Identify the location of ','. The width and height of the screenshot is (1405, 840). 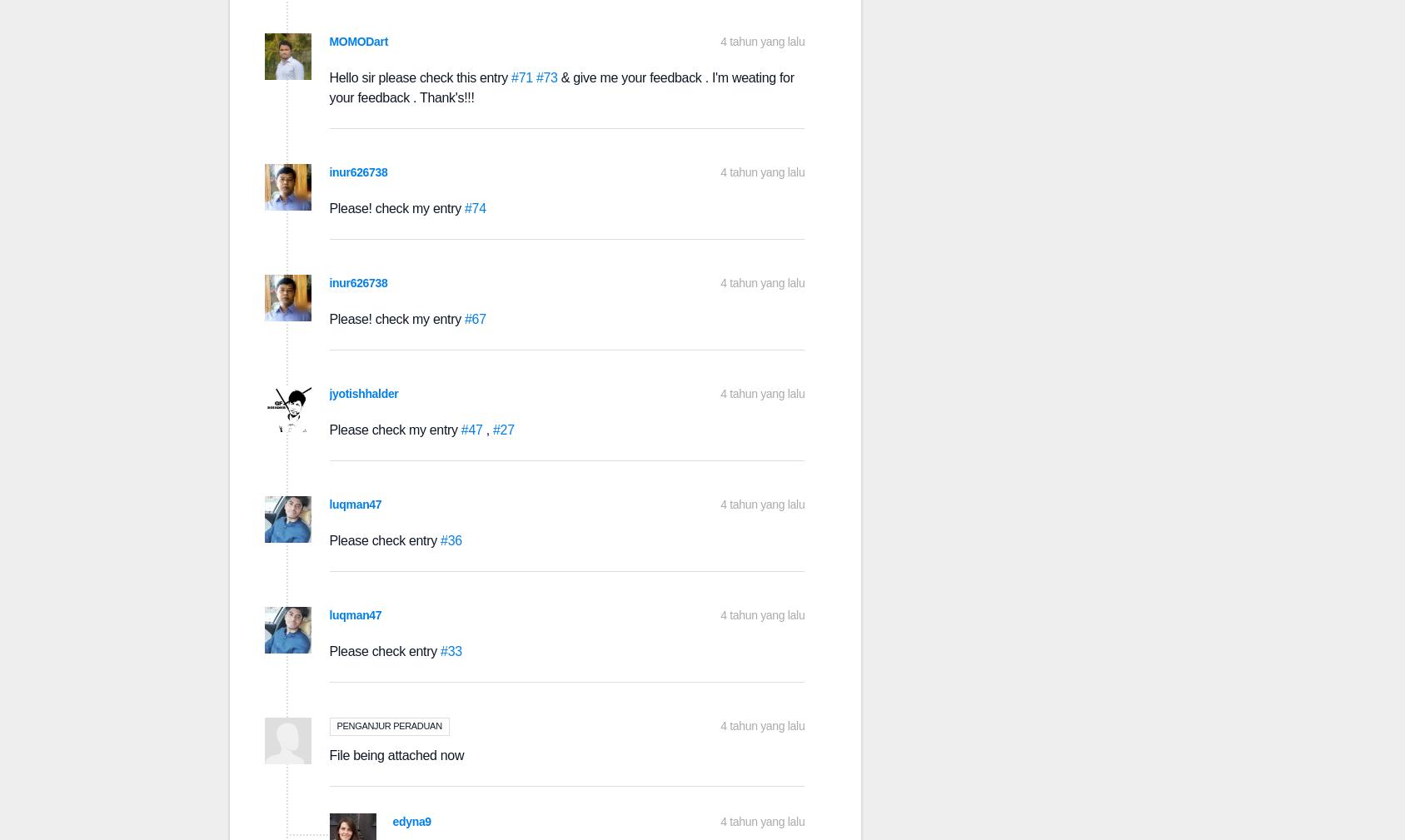
(485, 430).